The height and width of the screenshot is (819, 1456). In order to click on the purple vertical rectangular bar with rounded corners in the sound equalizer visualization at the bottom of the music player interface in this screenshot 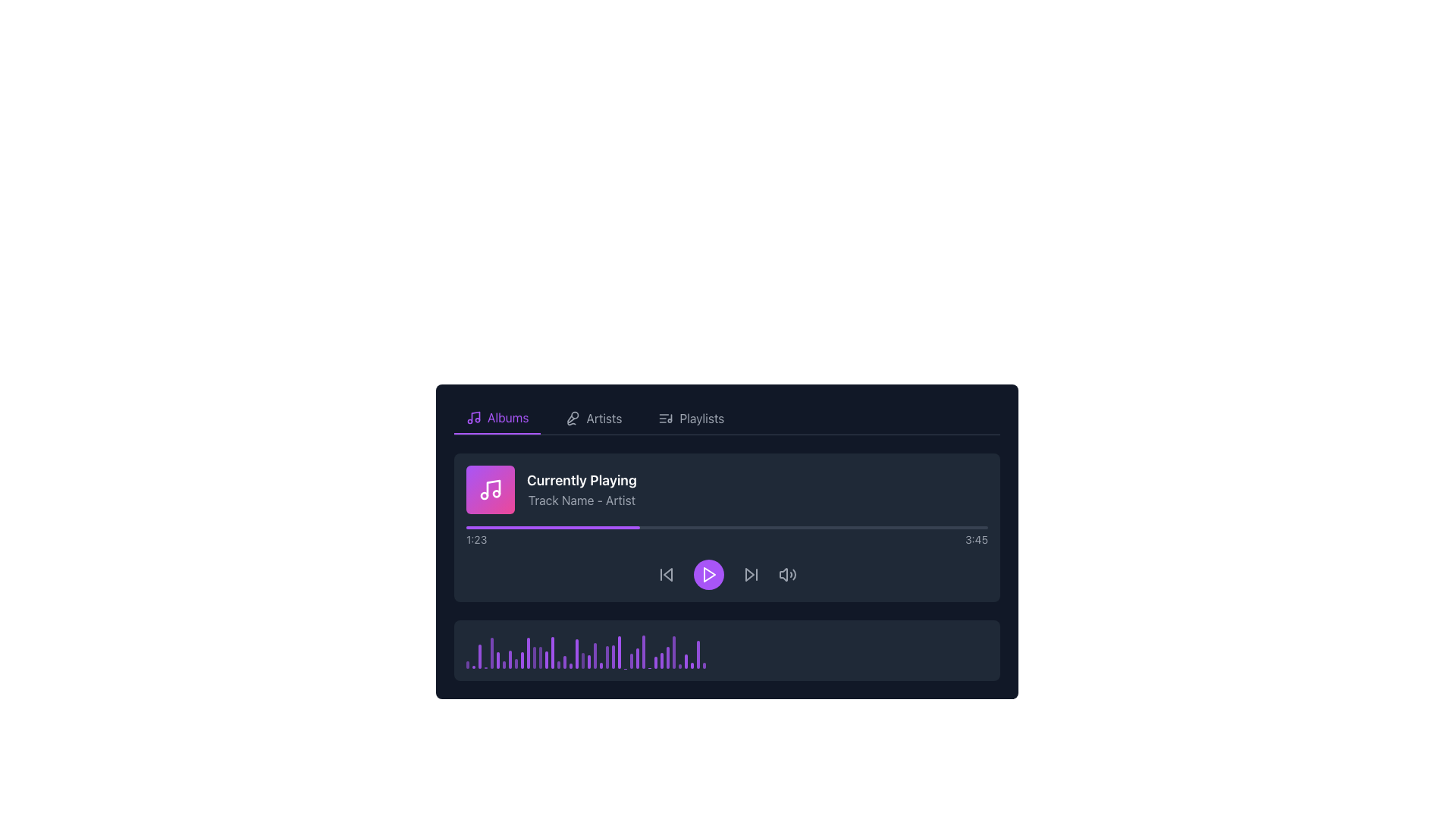, I will do `click(644, 651)`.